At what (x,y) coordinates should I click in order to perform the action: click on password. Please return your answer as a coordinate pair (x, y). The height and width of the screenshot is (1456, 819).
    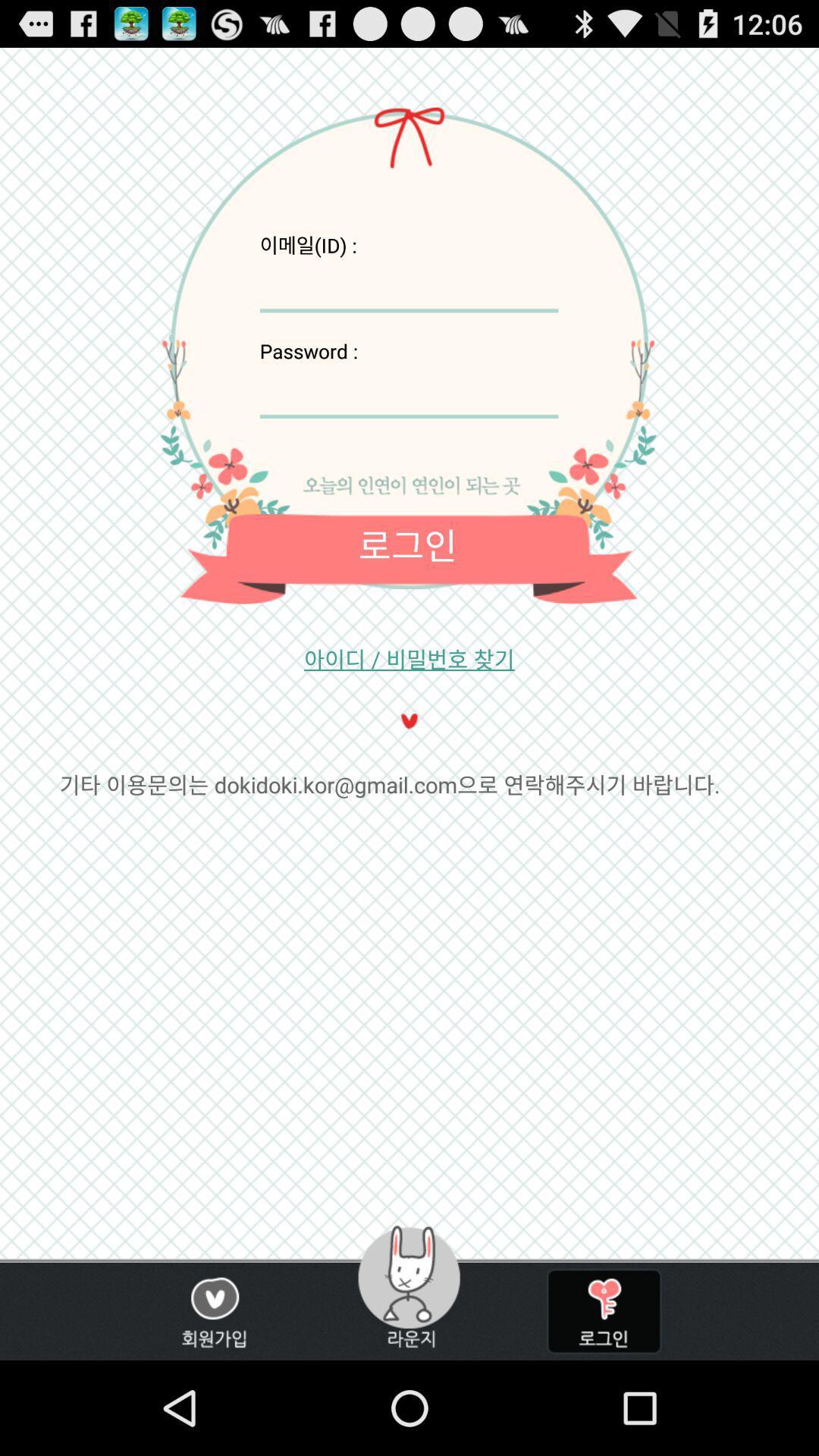
    Looking at the image, I should click on (408, 391).